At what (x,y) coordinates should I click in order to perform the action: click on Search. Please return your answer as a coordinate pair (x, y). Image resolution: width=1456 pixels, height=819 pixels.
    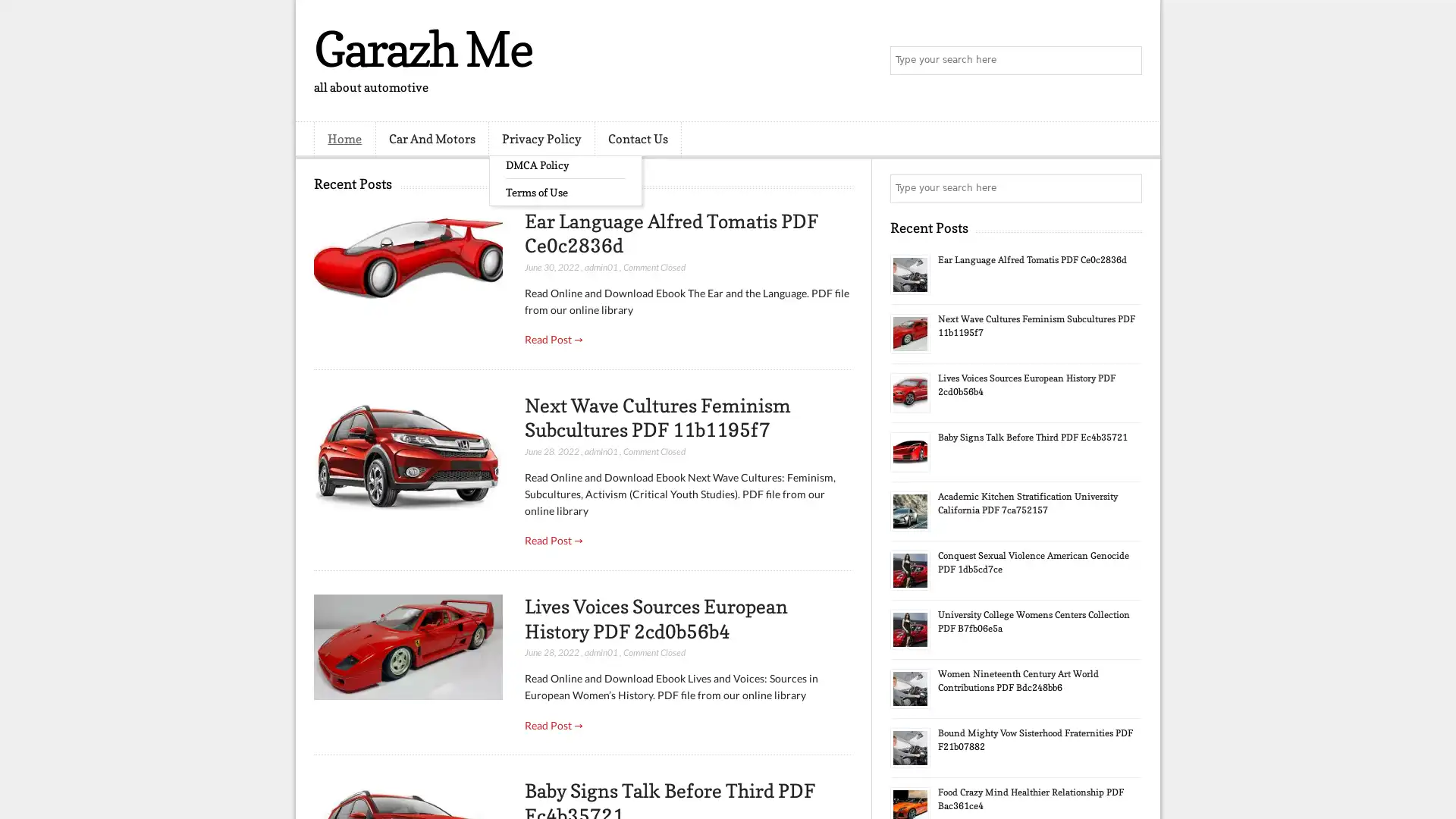
    Looking at the image, I should click on (1126, 61).